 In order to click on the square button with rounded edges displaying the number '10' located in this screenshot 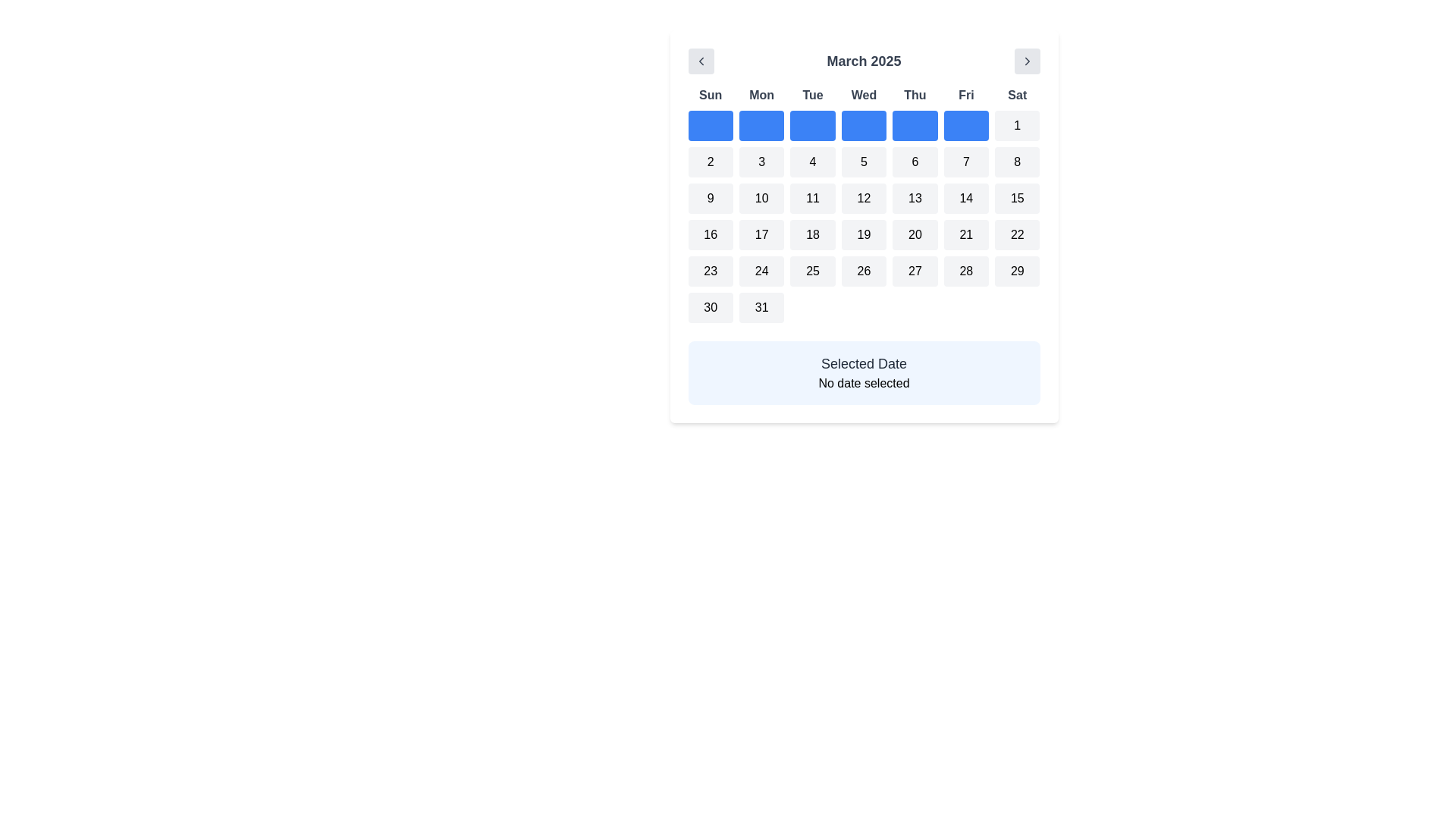, I will do `click(761, 198)`.